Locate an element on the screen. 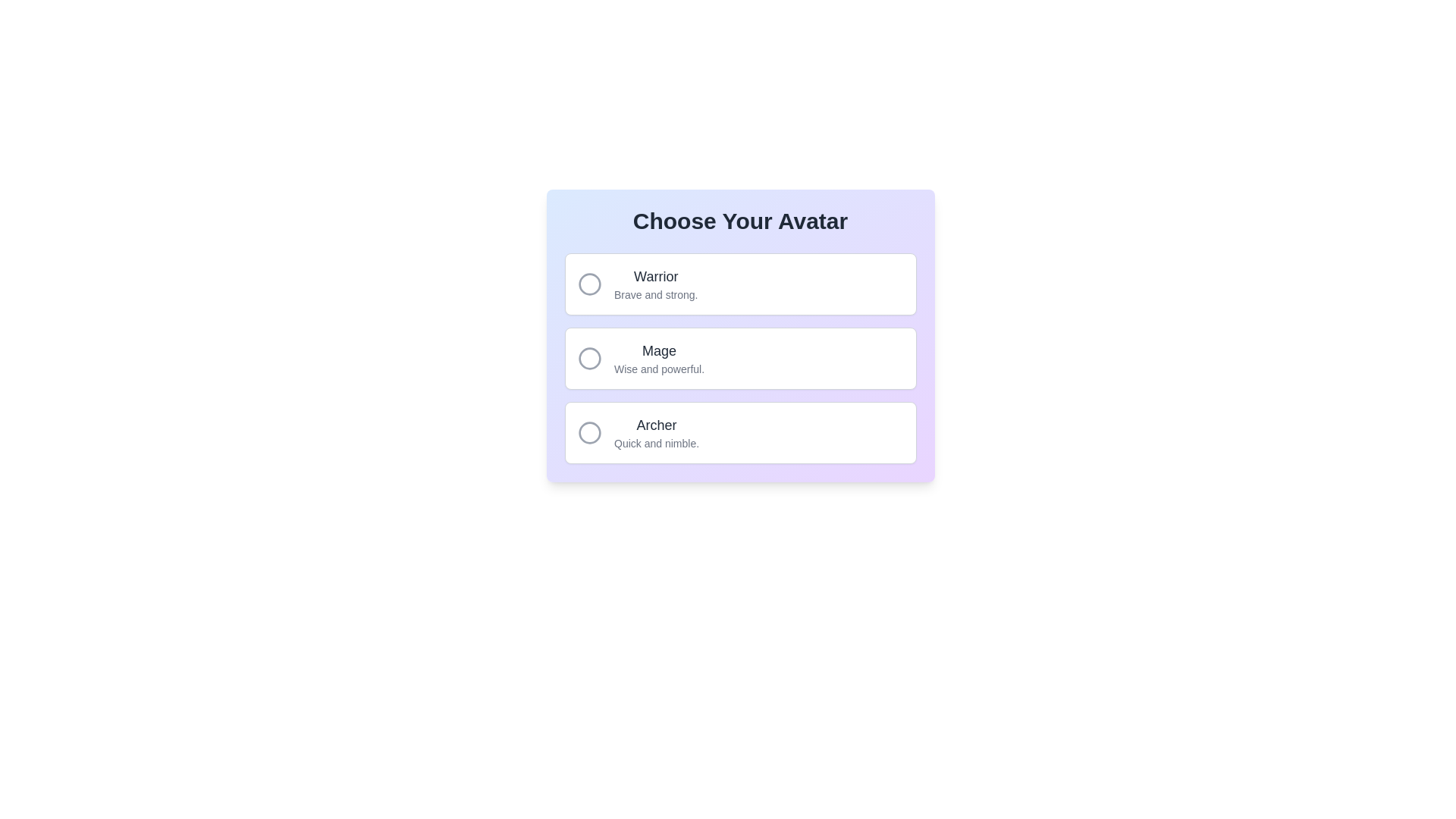 This screenshot has width=1456, height=819. the static text element displaying 'Quick and nimble.' which is positioned below the 'Archer' text in the avatar choices list is located at coordinates (656, 444).